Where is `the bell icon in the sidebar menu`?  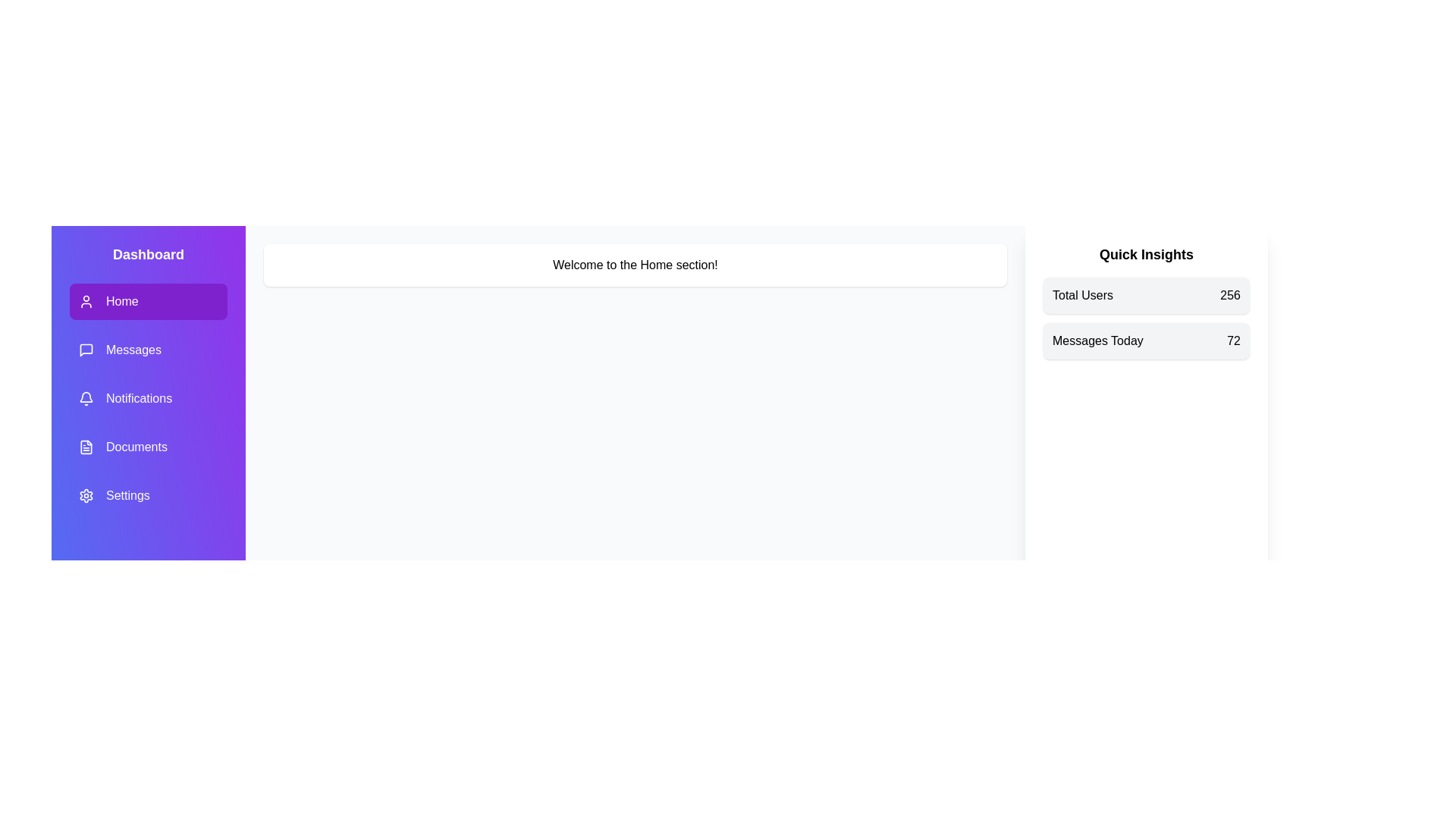
the bell icon in the sidebar menu is located at coordinates (86, 396).